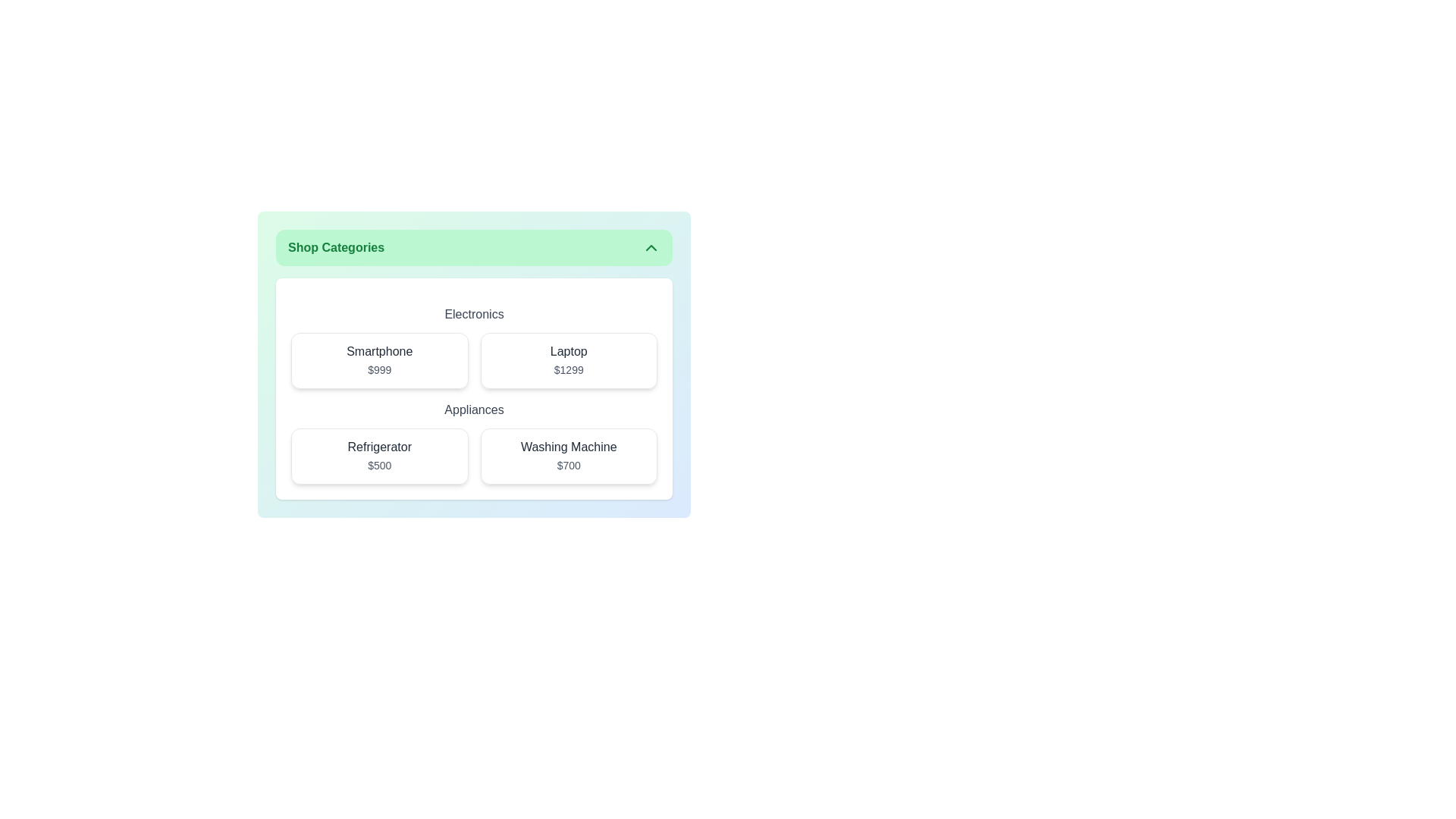  What do you see at coordinates (568, 360) in the screenshot?
I see `the product card for the Laptop priced at $1299 located in the top-right corner of the Electronics section` at bounding box center [568, 360].